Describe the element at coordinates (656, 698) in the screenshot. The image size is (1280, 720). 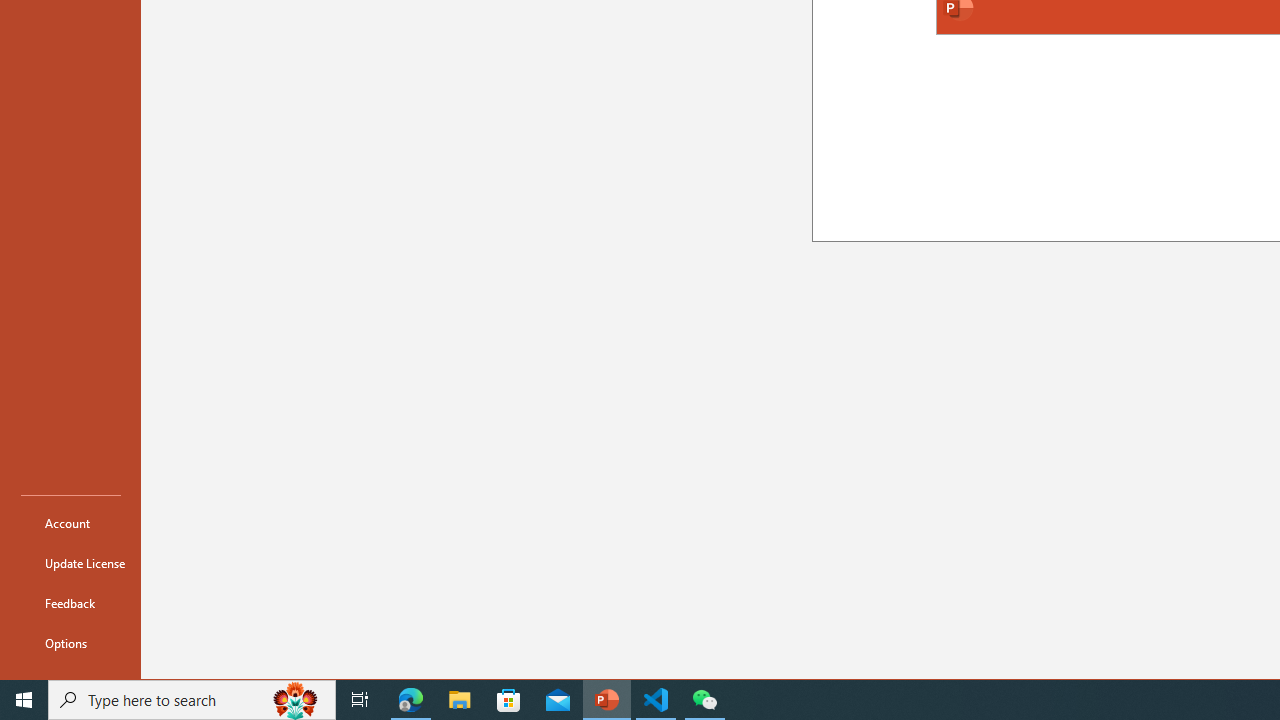
I see `'Visual Studio Code - 1 running window'` at that location.